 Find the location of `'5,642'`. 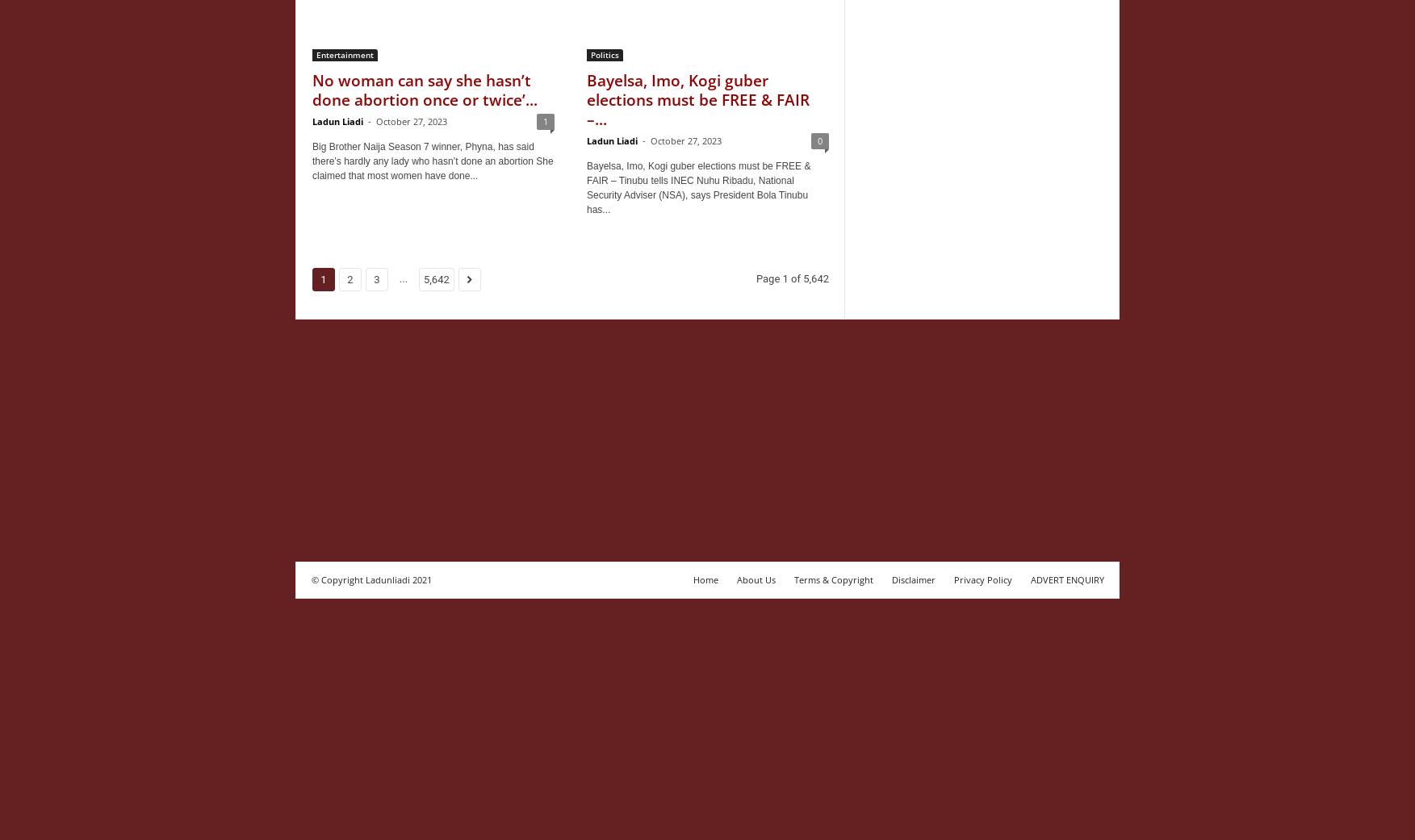

'5,642' is located at coordinates (436, 279).